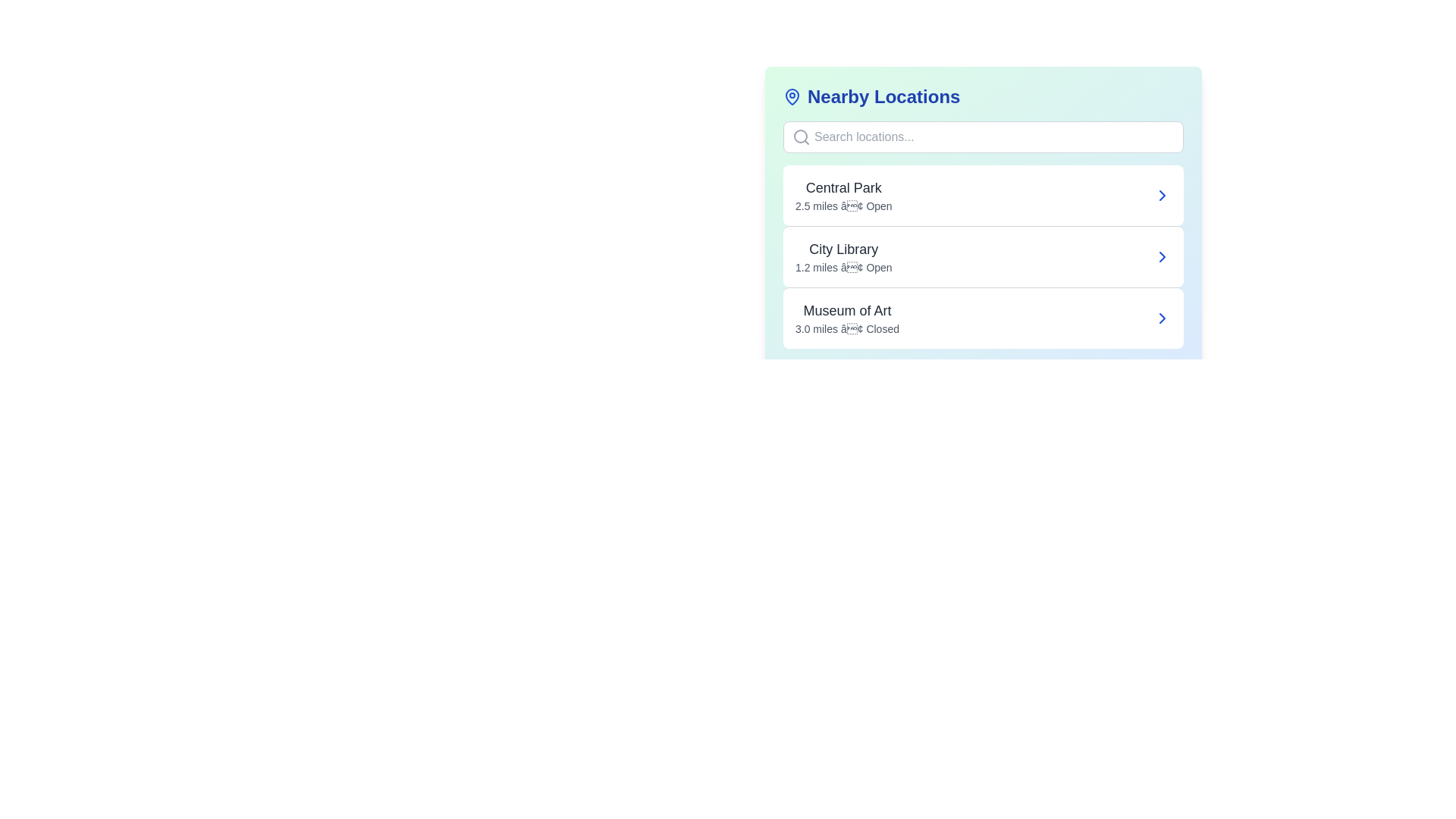  Describe the element at coordinates (1161, 256) in the screenshot. I see `the navigational icon or button for 'City Library' located at the end of its list item` at that location.